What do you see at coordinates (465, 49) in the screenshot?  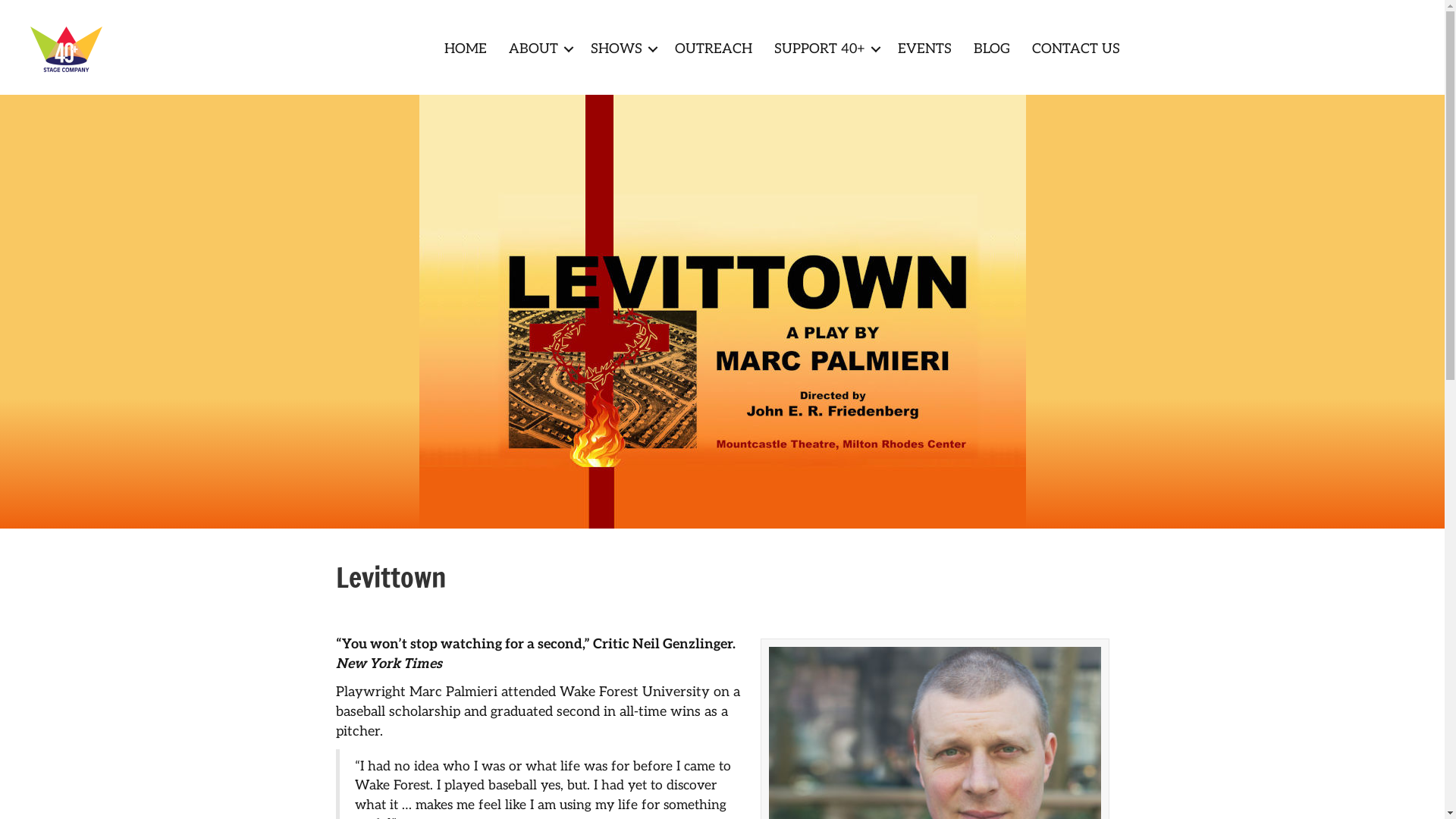 I see `'HOME'` at bounding box center [465, 49].